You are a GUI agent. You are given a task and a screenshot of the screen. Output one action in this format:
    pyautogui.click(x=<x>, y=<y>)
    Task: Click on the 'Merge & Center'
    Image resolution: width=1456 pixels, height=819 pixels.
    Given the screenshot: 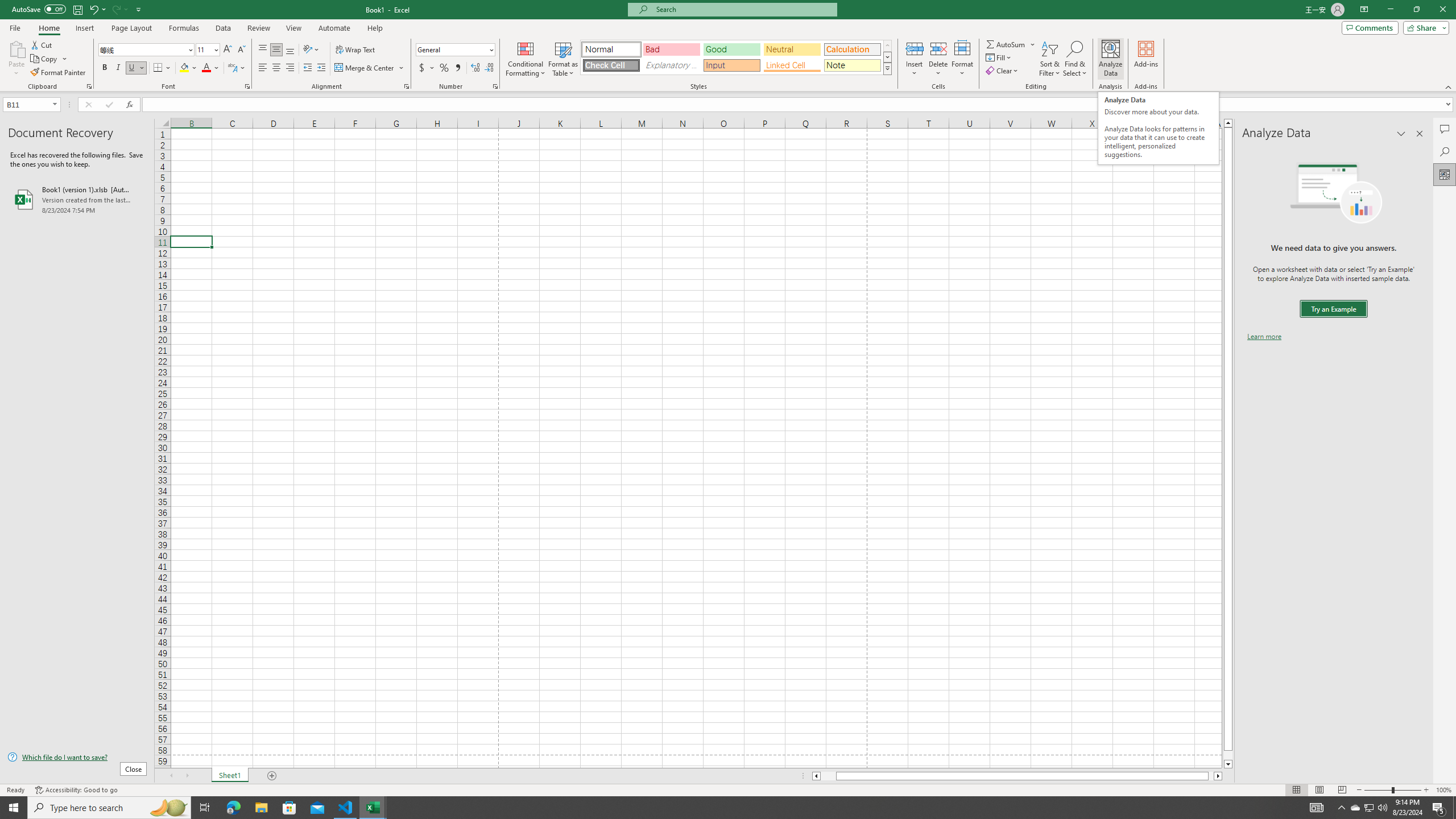 What is the action you would take?
    pyautogui.click(x=369, y=67)
    